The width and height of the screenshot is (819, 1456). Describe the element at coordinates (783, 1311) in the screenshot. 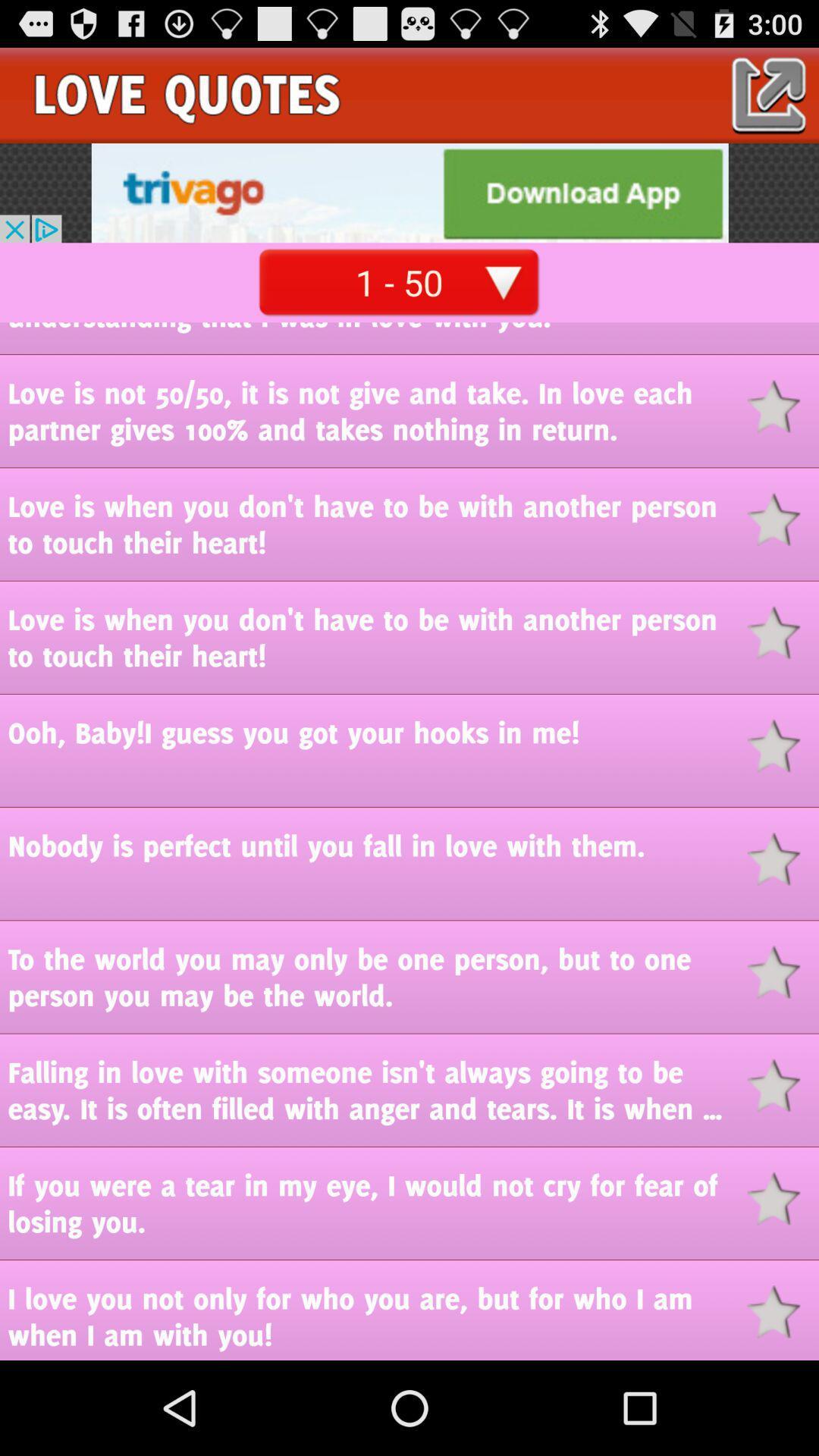

I see `to favorites` at that location.